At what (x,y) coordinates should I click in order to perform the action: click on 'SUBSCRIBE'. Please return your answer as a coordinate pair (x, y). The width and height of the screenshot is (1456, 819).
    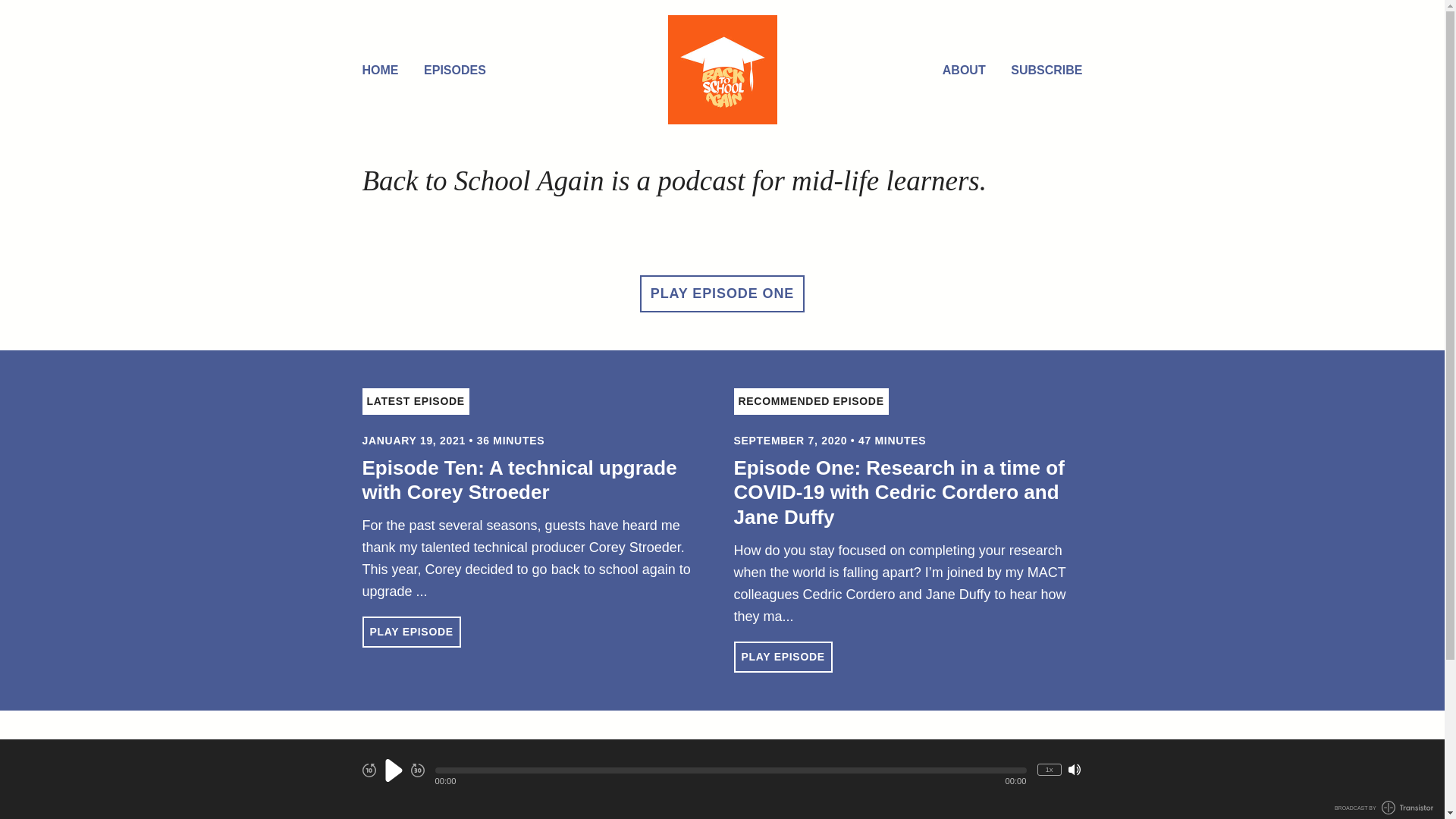
    Looking at the image, I should click on (1046, 71).